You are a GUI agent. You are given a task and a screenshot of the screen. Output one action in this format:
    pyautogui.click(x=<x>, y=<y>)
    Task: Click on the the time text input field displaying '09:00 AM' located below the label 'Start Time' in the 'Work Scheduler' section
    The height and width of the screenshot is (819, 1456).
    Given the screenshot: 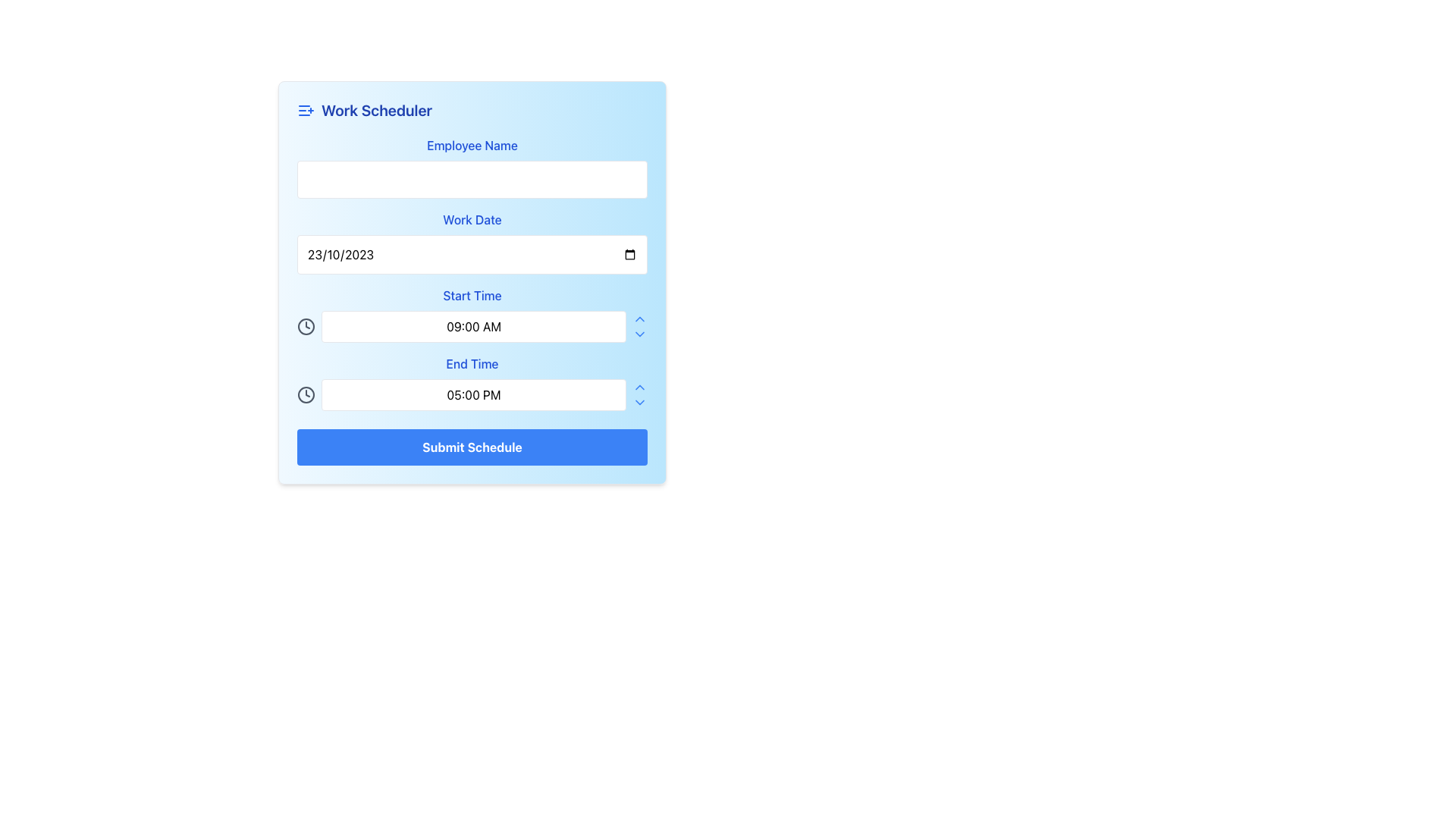 What is the action you would take?
    pyautogui.click(x=472, y=326)
    